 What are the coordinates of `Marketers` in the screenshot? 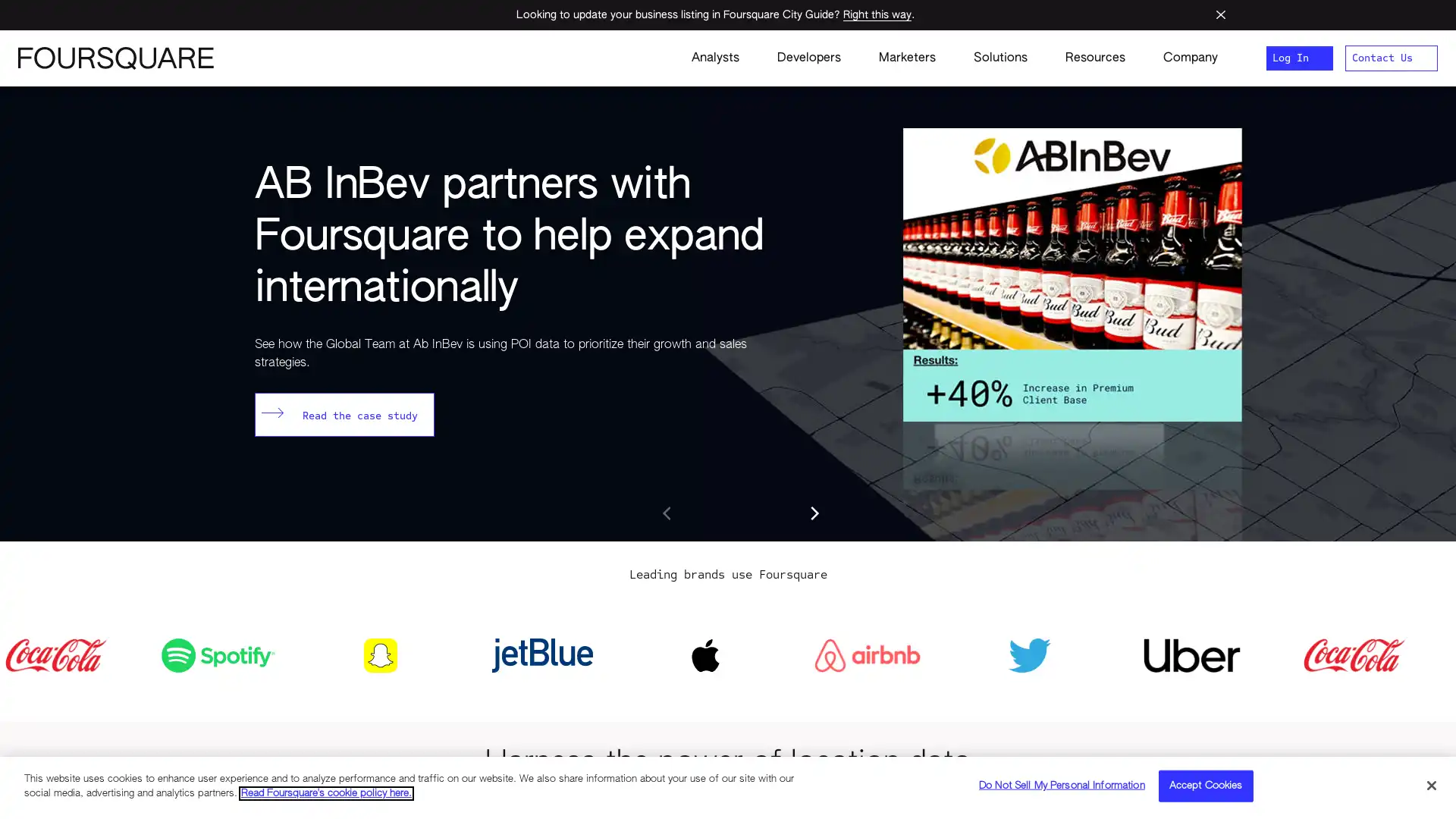 It's located at (907, 58).